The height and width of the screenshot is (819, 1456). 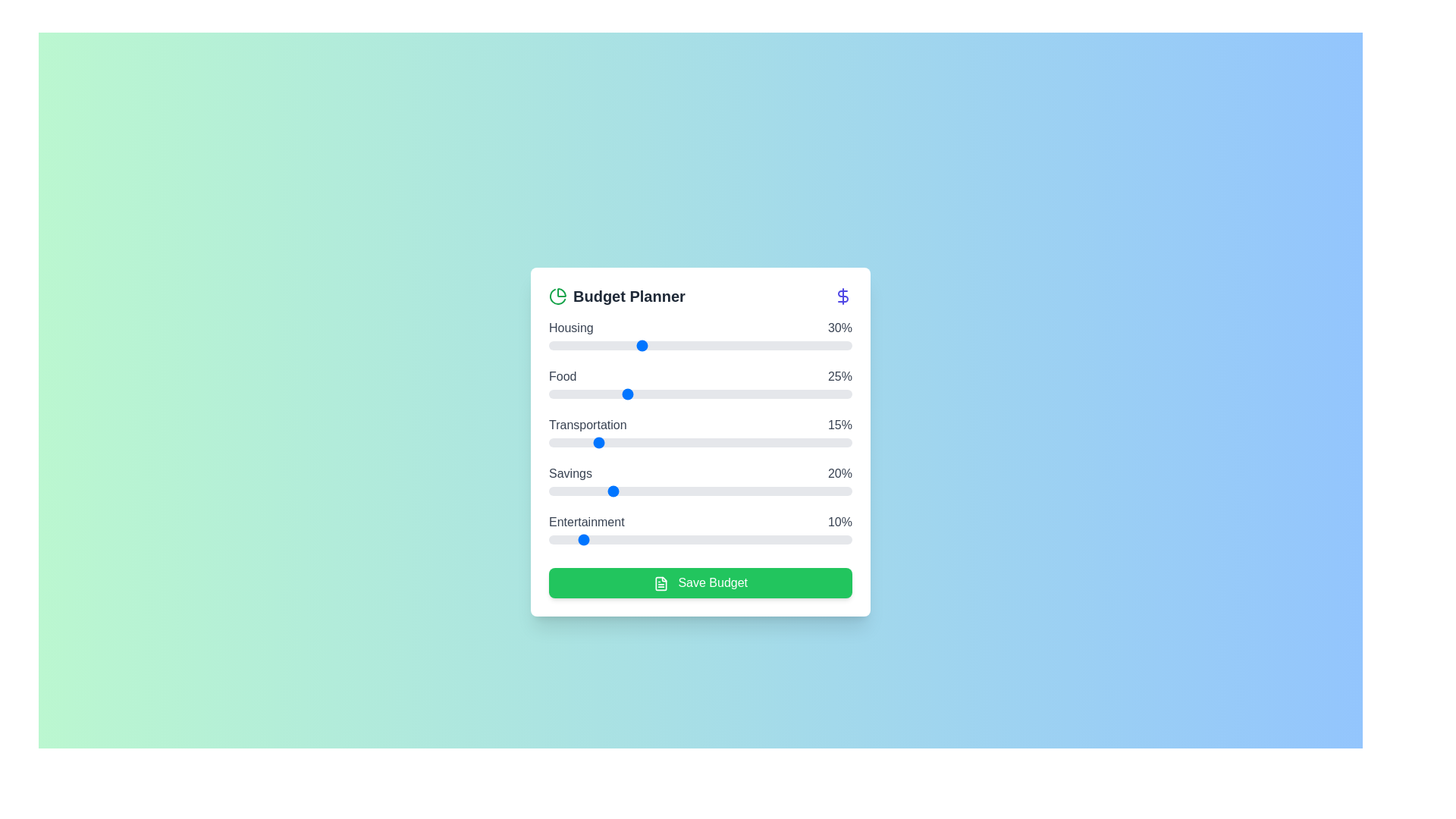 What do you see at coordinates (796, 394) in the screenshot?
I see `the slider for 'Food' to set its percentage to 82` at bounding box center [796, 394].